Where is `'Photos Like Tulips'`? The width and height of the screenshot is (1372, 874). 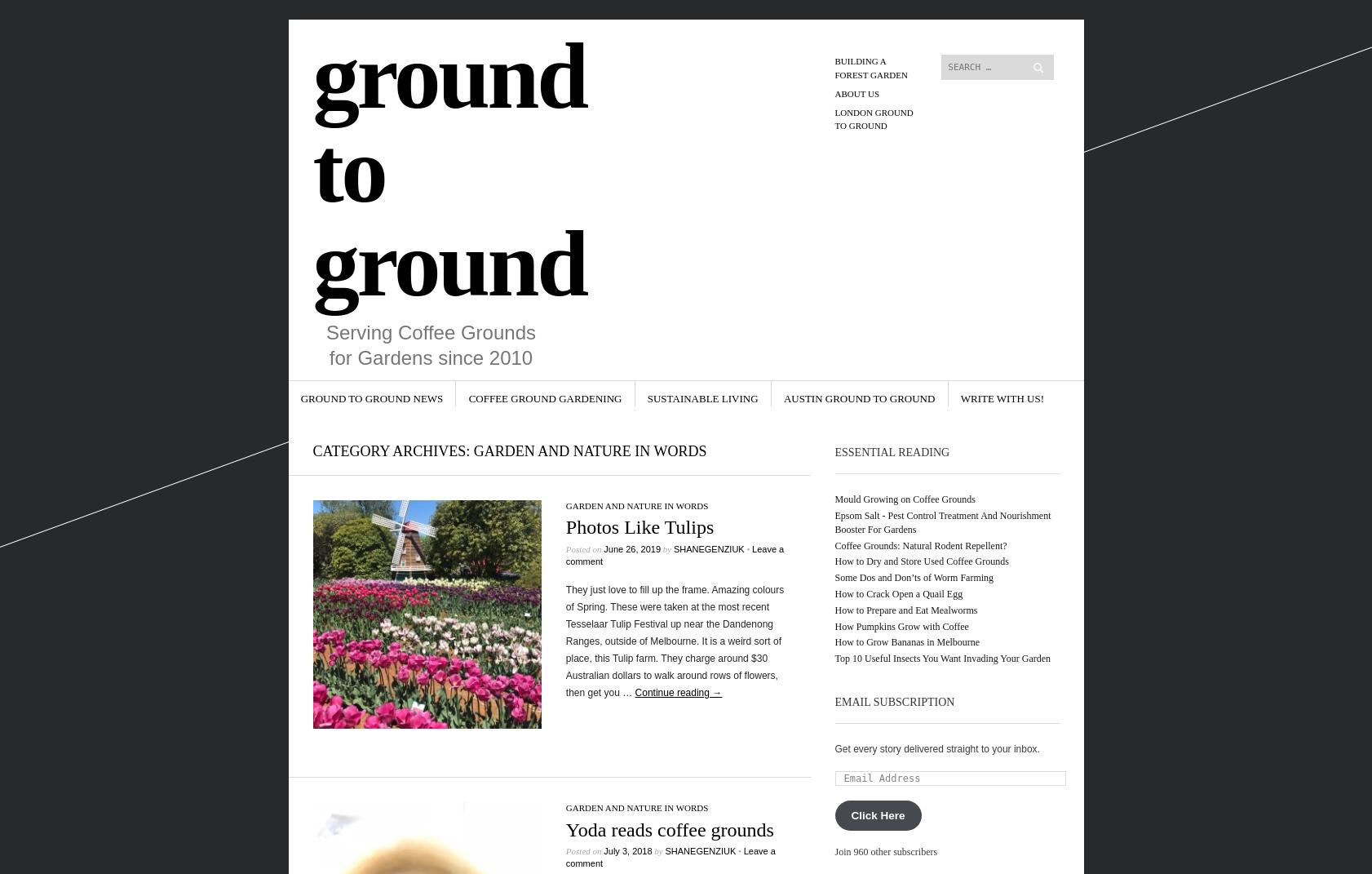
'Photos Like Tulips' is located at coordinates (639, 526).